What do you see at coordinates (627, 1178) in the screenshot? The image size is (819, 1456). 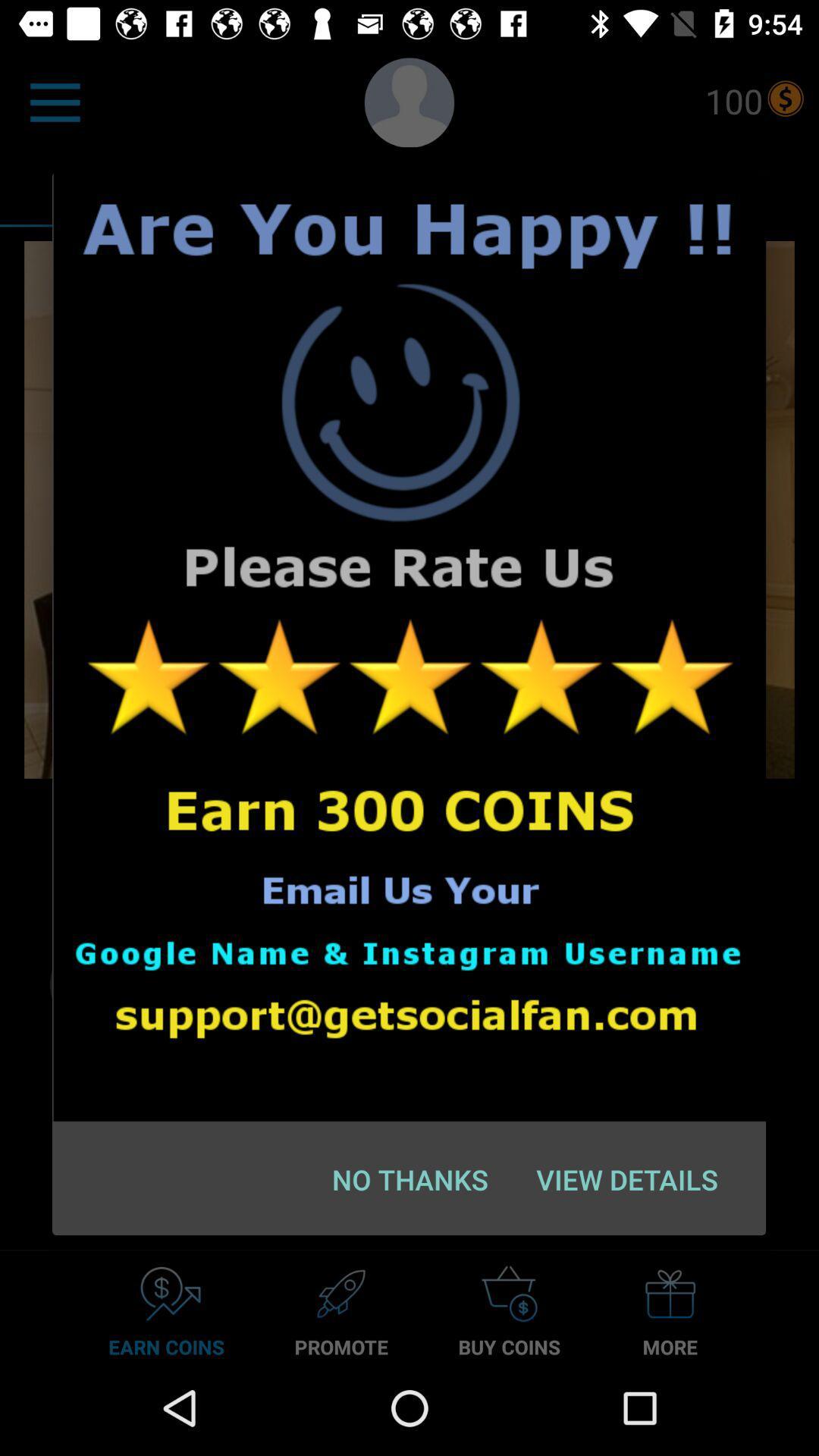 I see `the view details at the bottom right corner` at bounding box center [627, 1178].